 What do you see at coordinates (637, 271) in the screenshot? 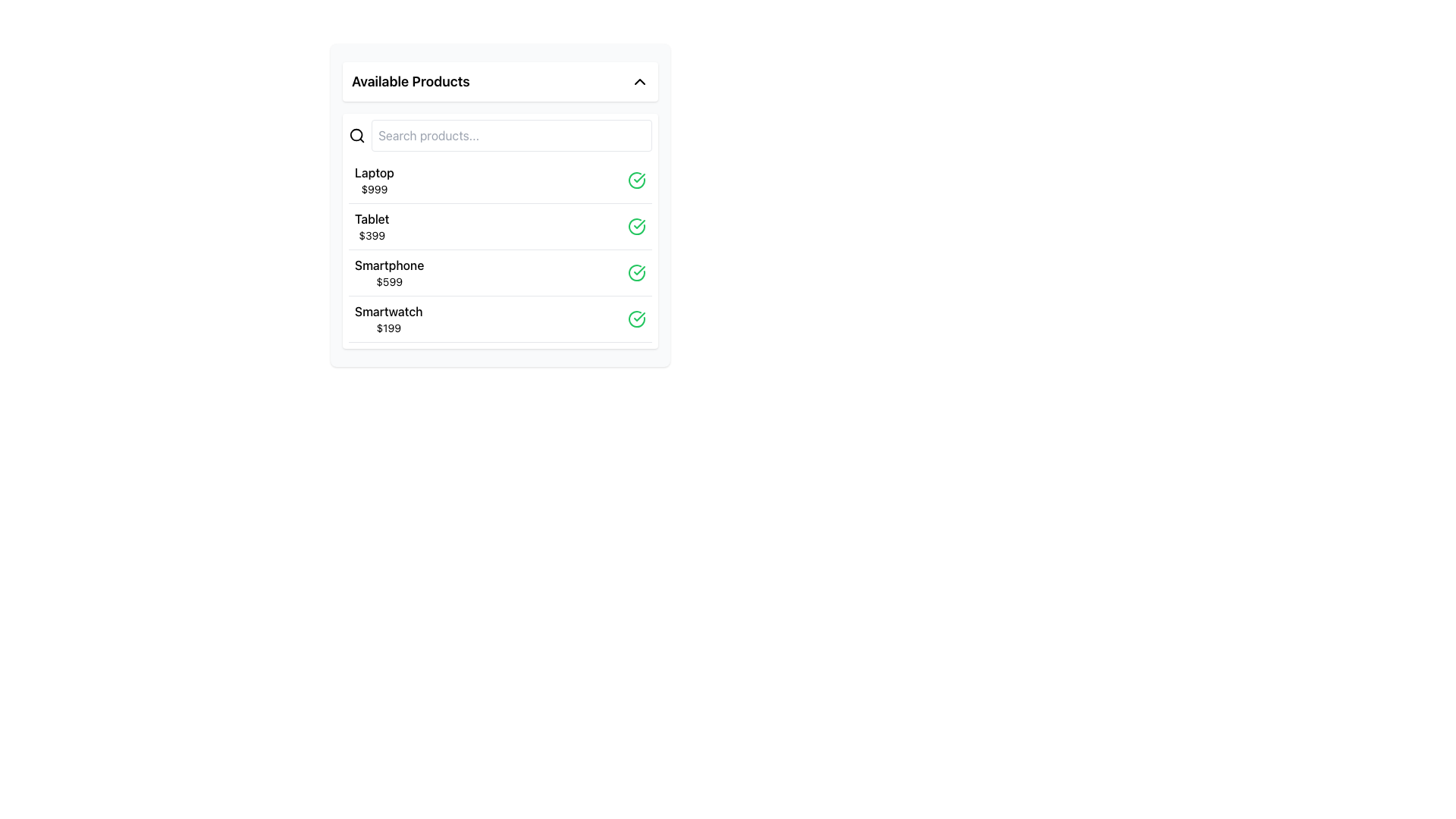
I see `the circular checkmark icon with a green border, located to the right of the 'Smartphone' label and price, which is the third icon in the list of available products` at bounding box center [637, 271].